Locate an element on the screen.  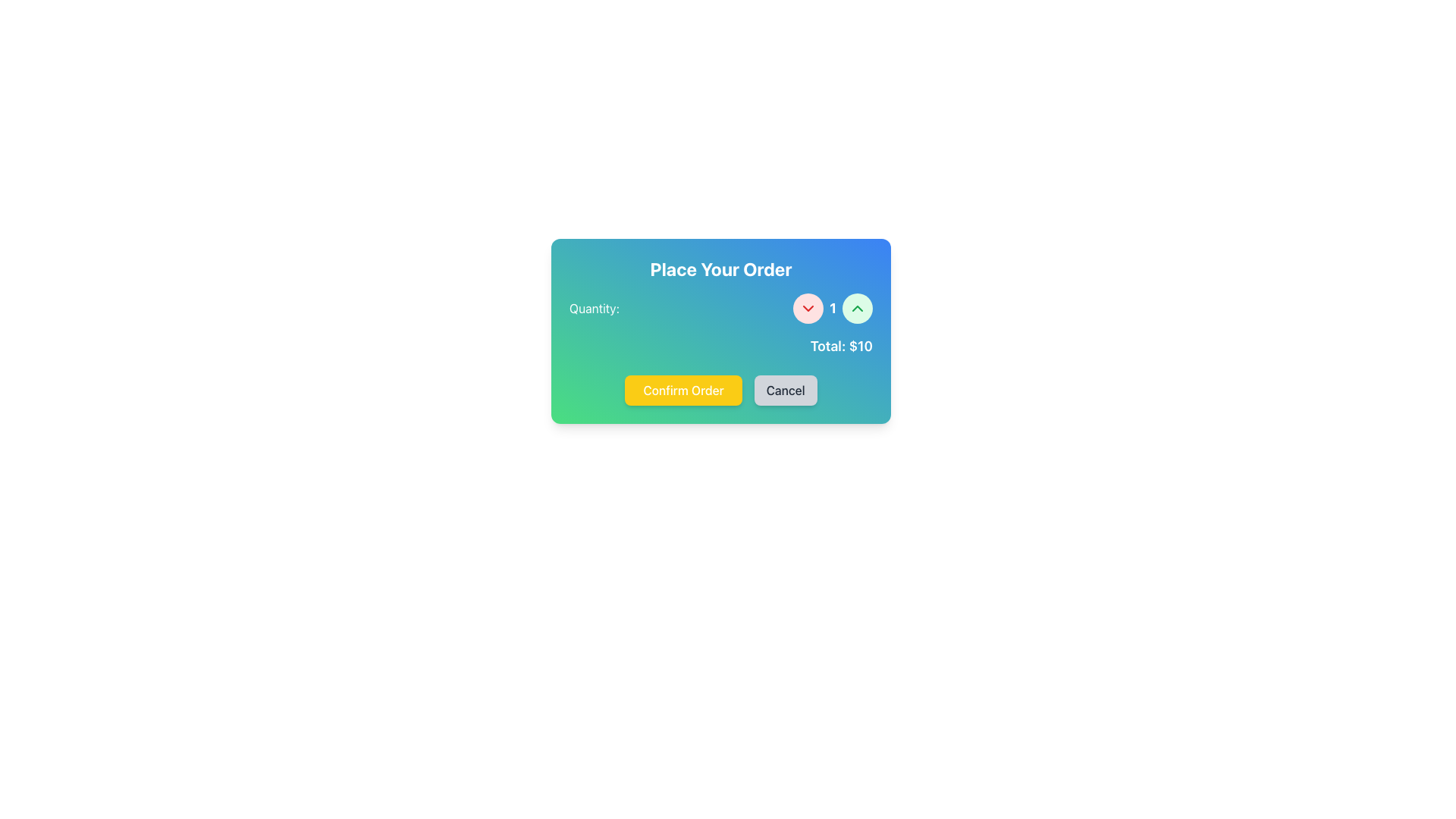
the increment button icon located inside a green circular button near the top-right corner of the modal to indicate interactivity is located at coordinates (858, 308).